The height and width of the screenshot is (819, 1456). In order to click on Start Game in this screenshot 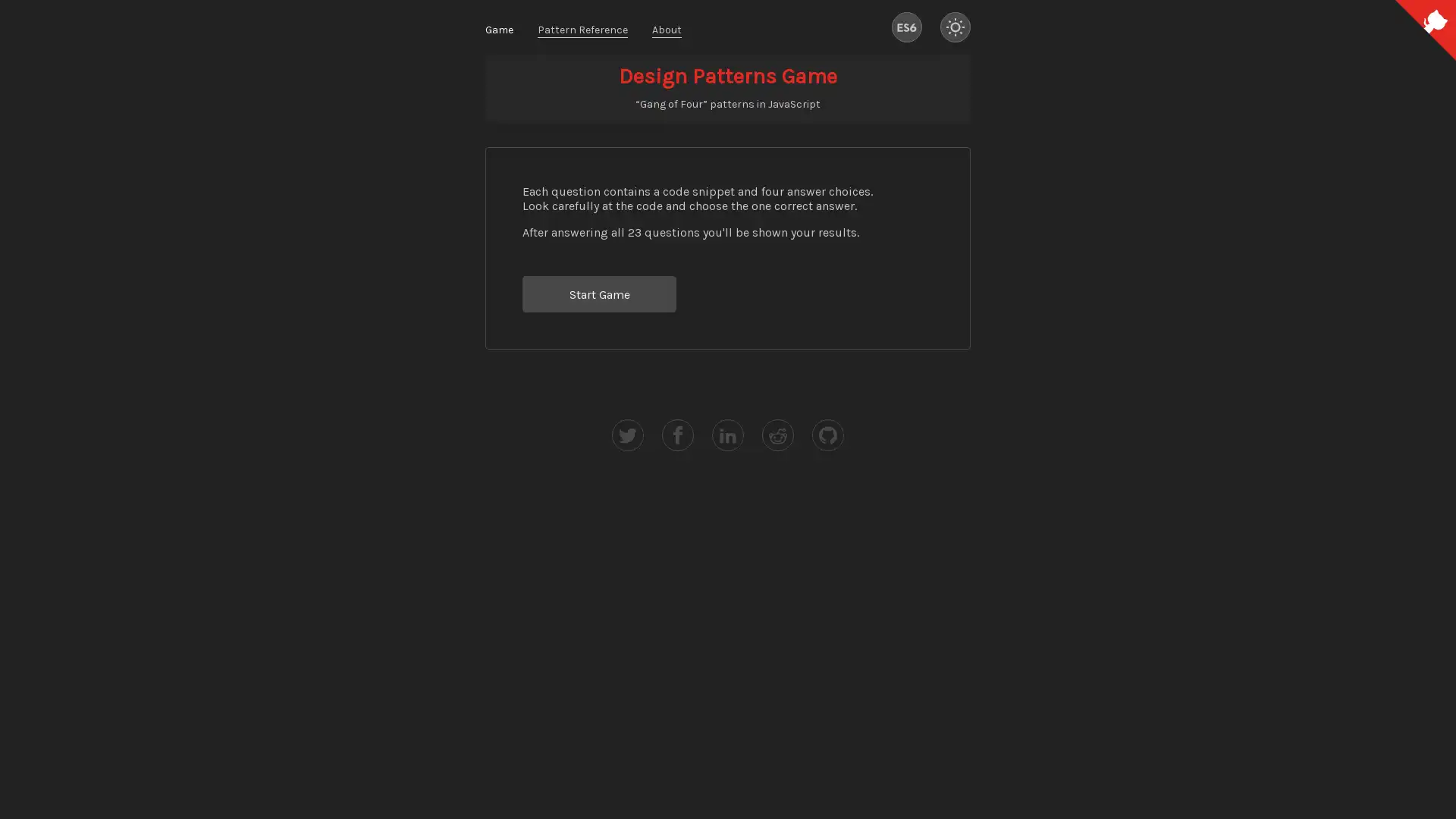, I will do `click(598, 294)`.